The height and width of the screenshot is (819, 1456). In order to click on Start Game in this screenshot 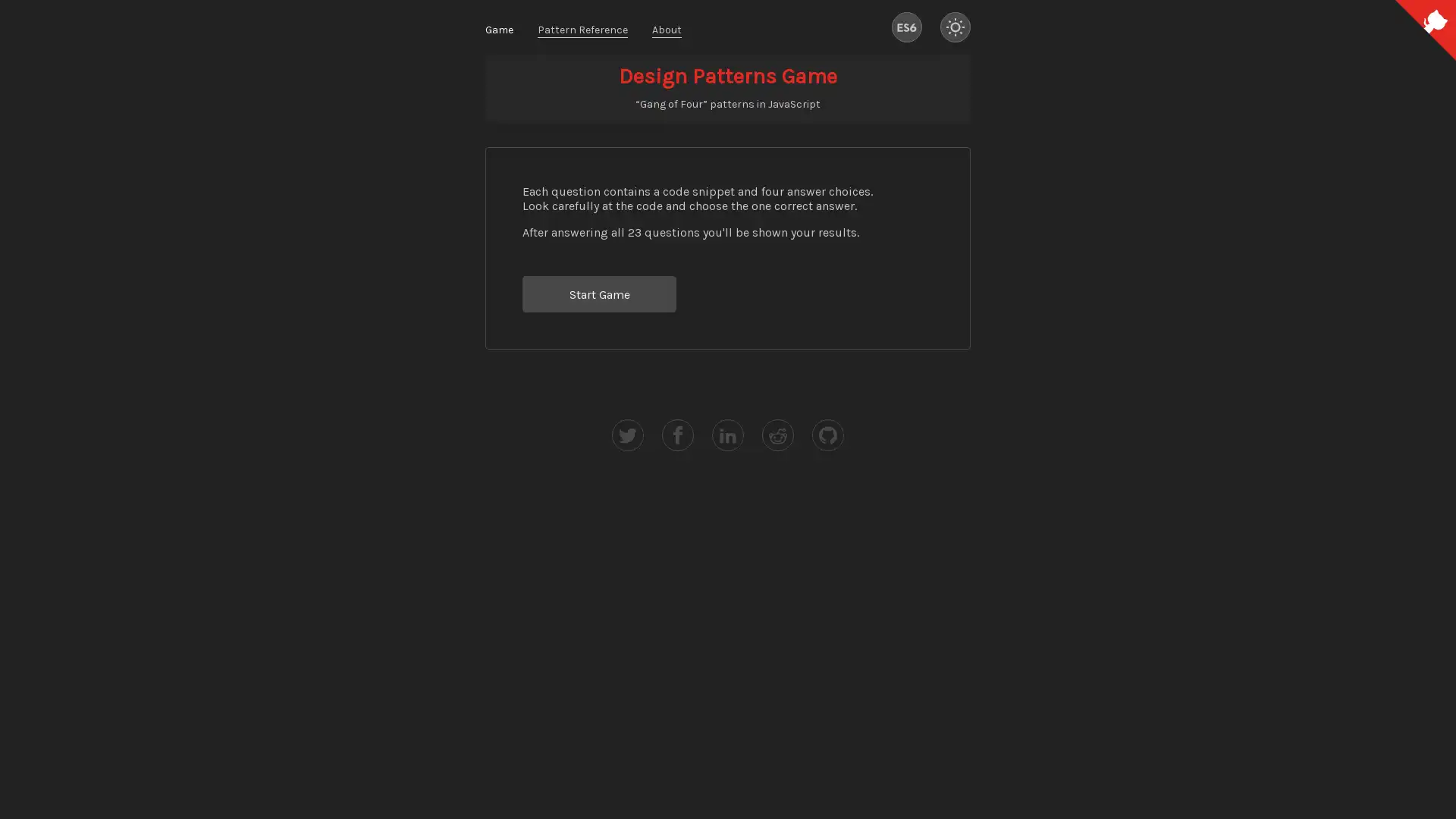, I will do `click(598, 294)`.